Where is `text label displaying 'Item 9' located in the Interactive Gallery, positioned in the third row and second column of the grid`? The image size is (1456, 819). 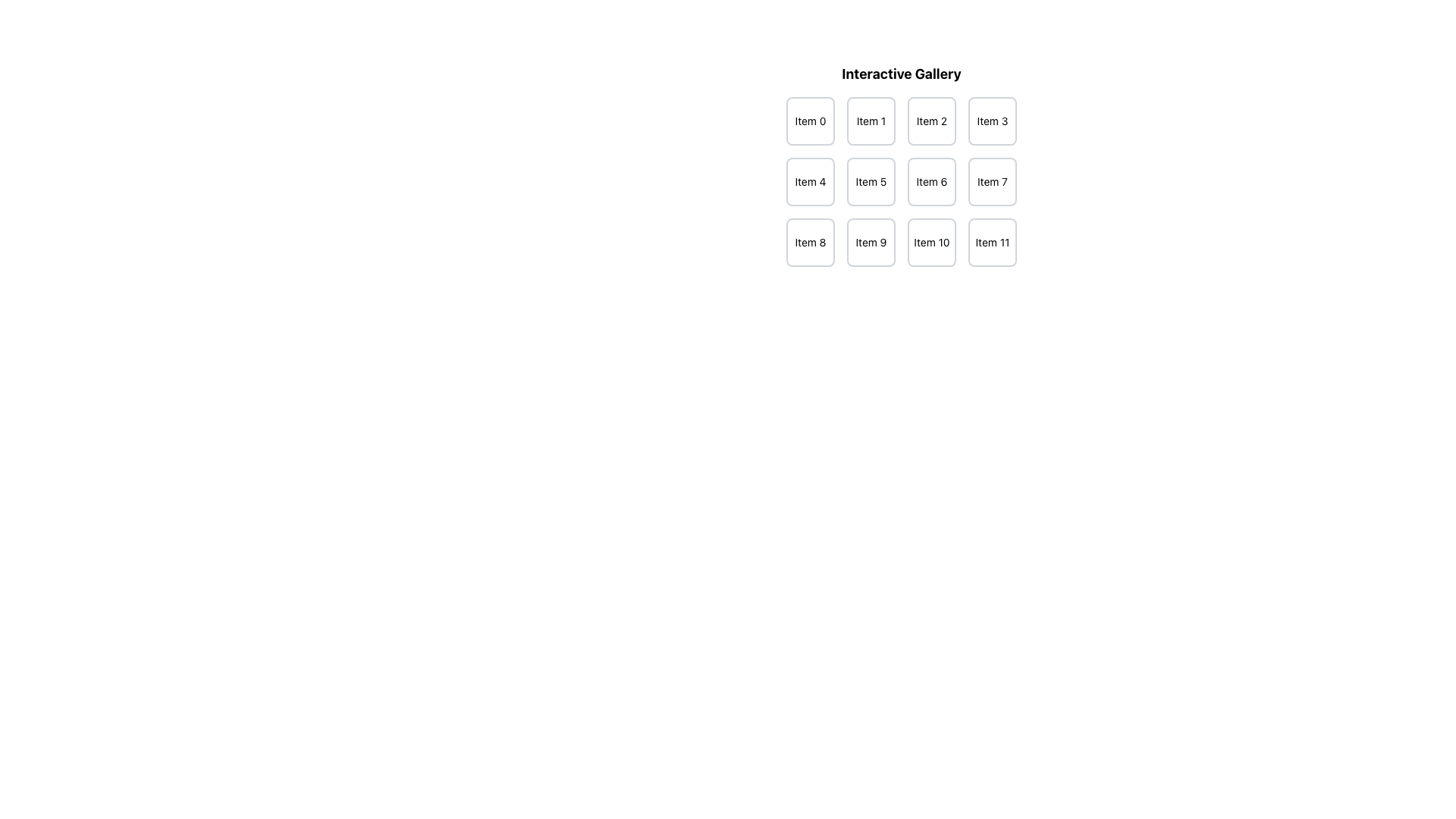 text label displaying 'Item 9' located in the Interactive Gallery, positioned in the third row and second column of the grid is located at coordinates (871, 242).